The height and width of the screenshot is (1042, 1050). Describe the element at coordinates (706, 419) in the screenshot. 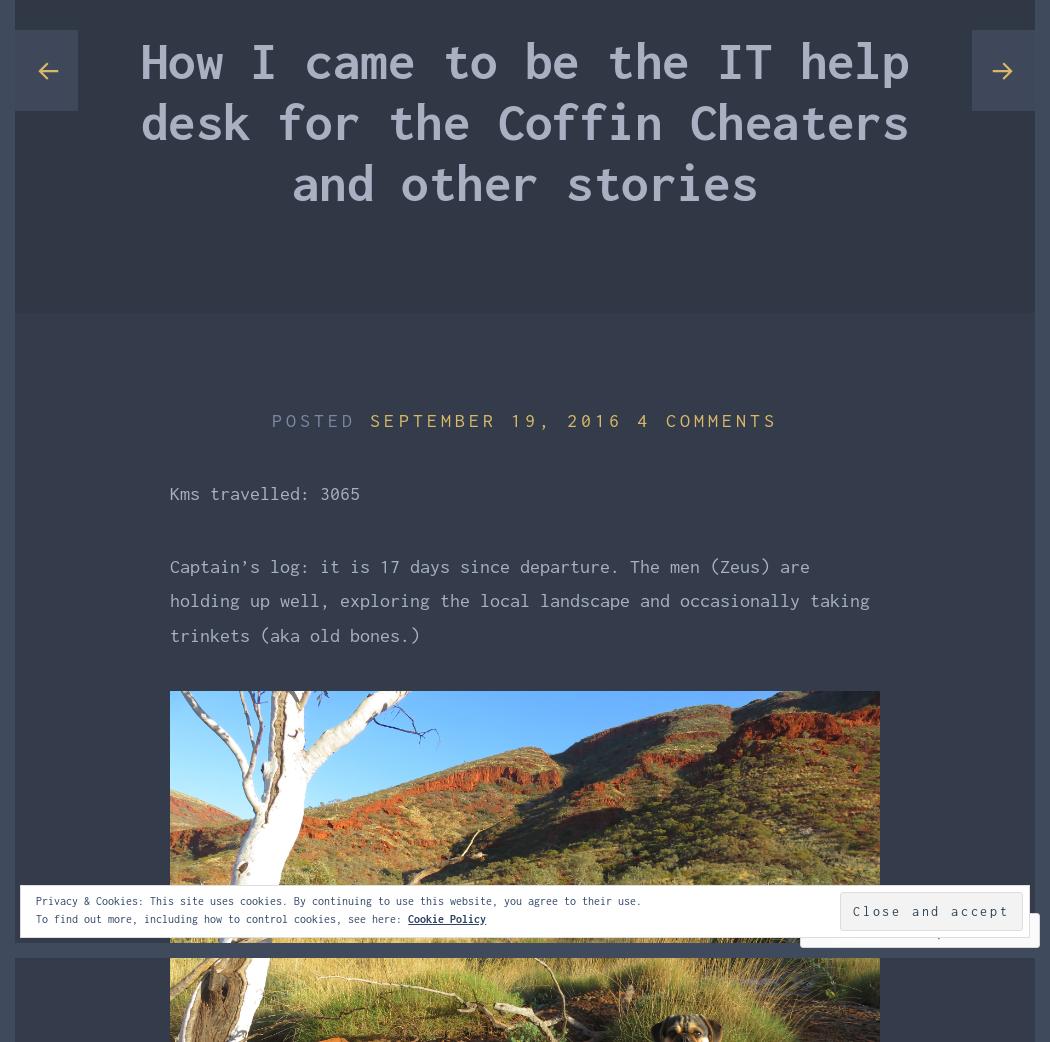

I see `'4 Comments'` at that location.